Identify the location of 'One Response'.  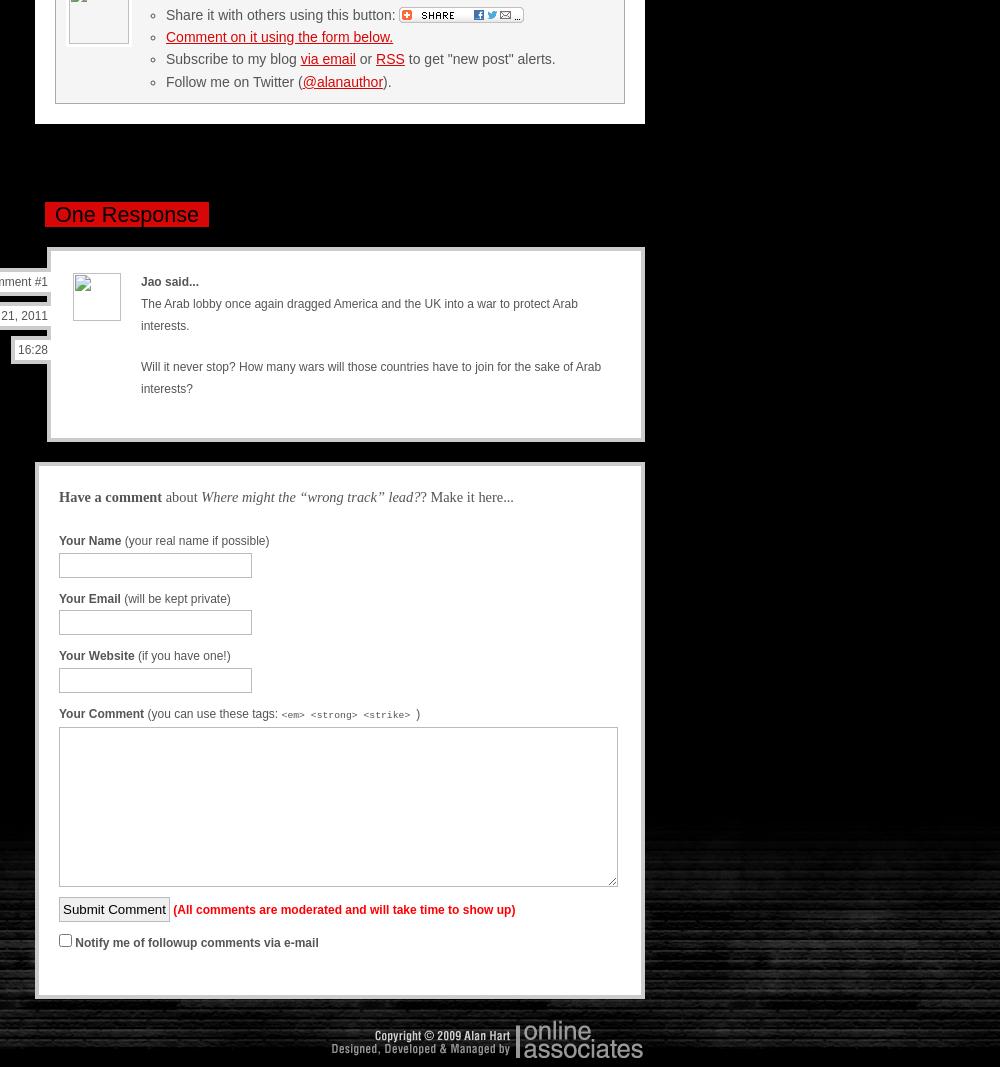
(55, 214).